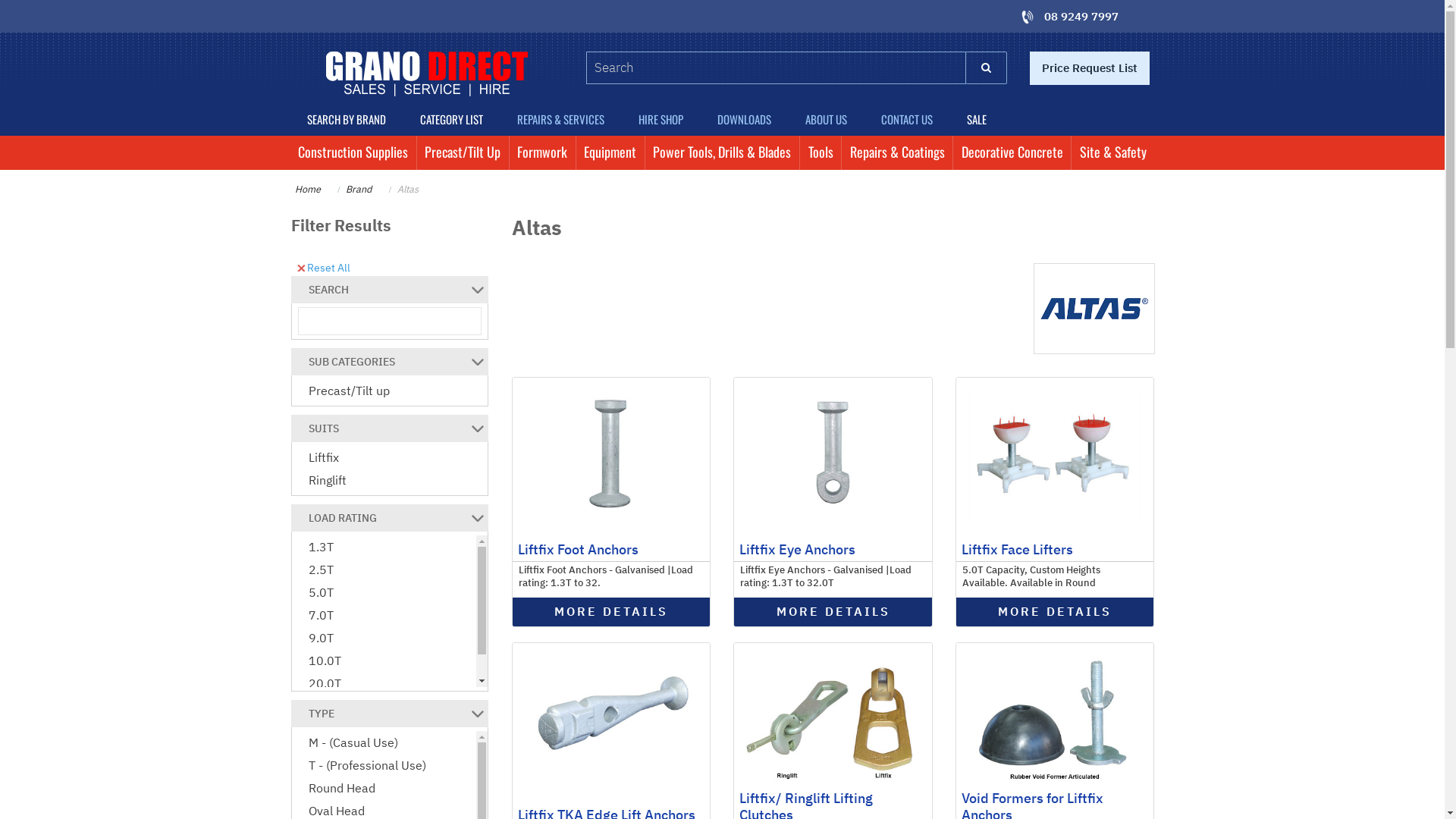  I want to click on 'REPAIRS & SERVICES', so click(500, 119).